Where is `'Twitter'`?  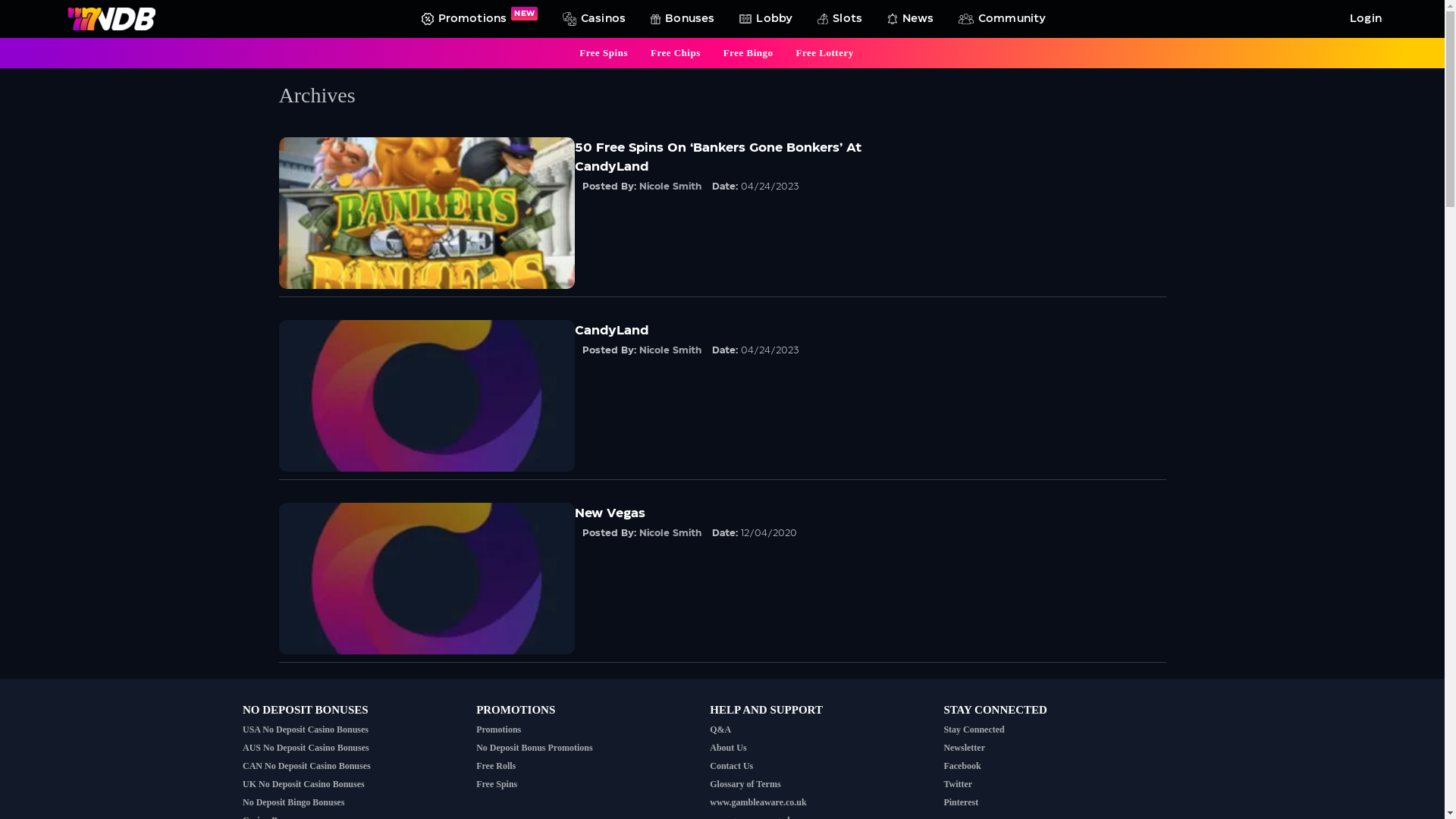
'Twitter' is located at coordinates (956, 783).